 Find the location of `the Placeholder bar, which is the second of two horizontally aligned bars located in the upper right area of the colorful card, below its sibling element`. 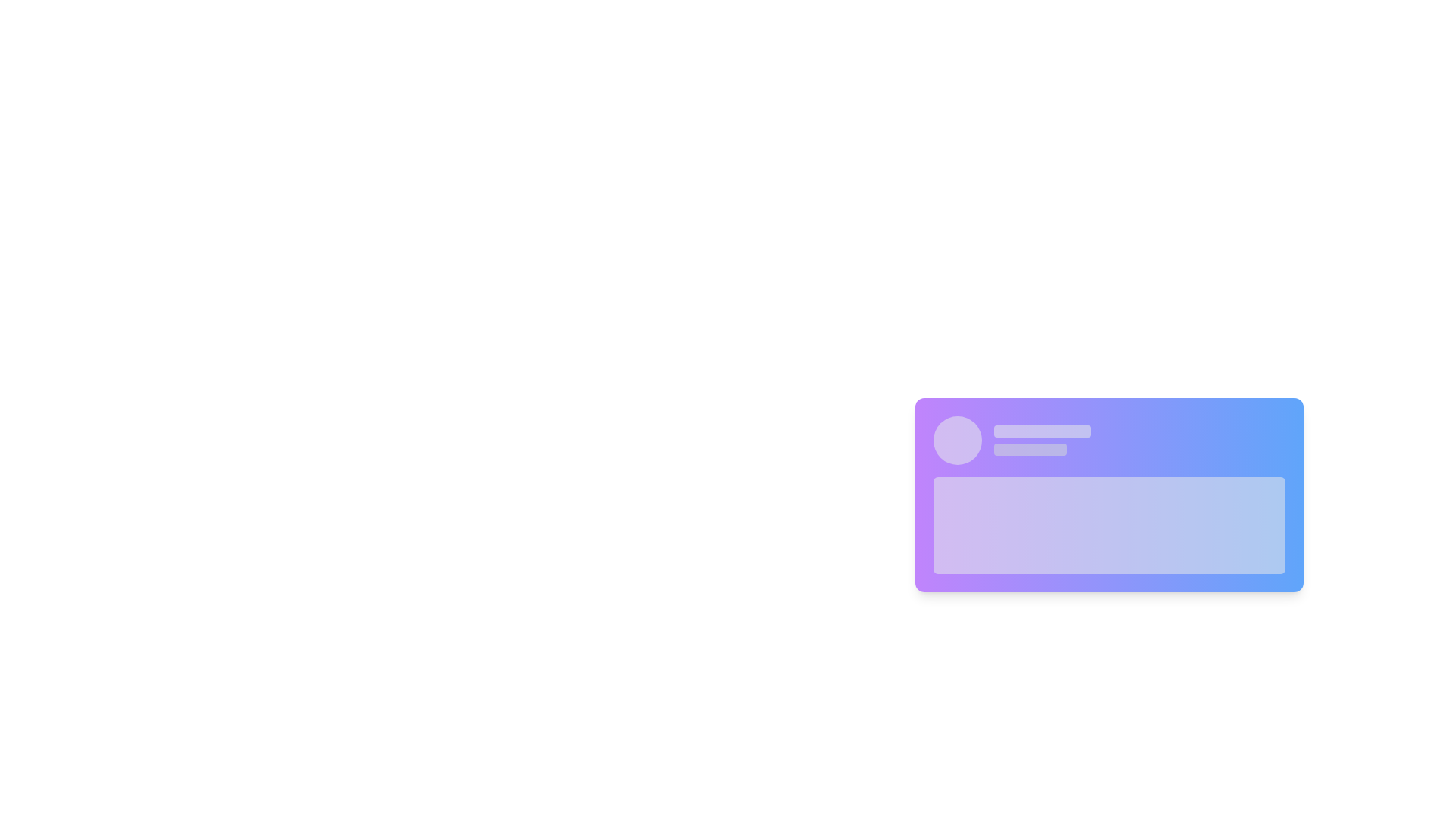

the Placeholder bar, which is the second of two horizontally aligned bars located in the upper right area of the colorful card, below its sibling element is located at coordinates (1030, 449).